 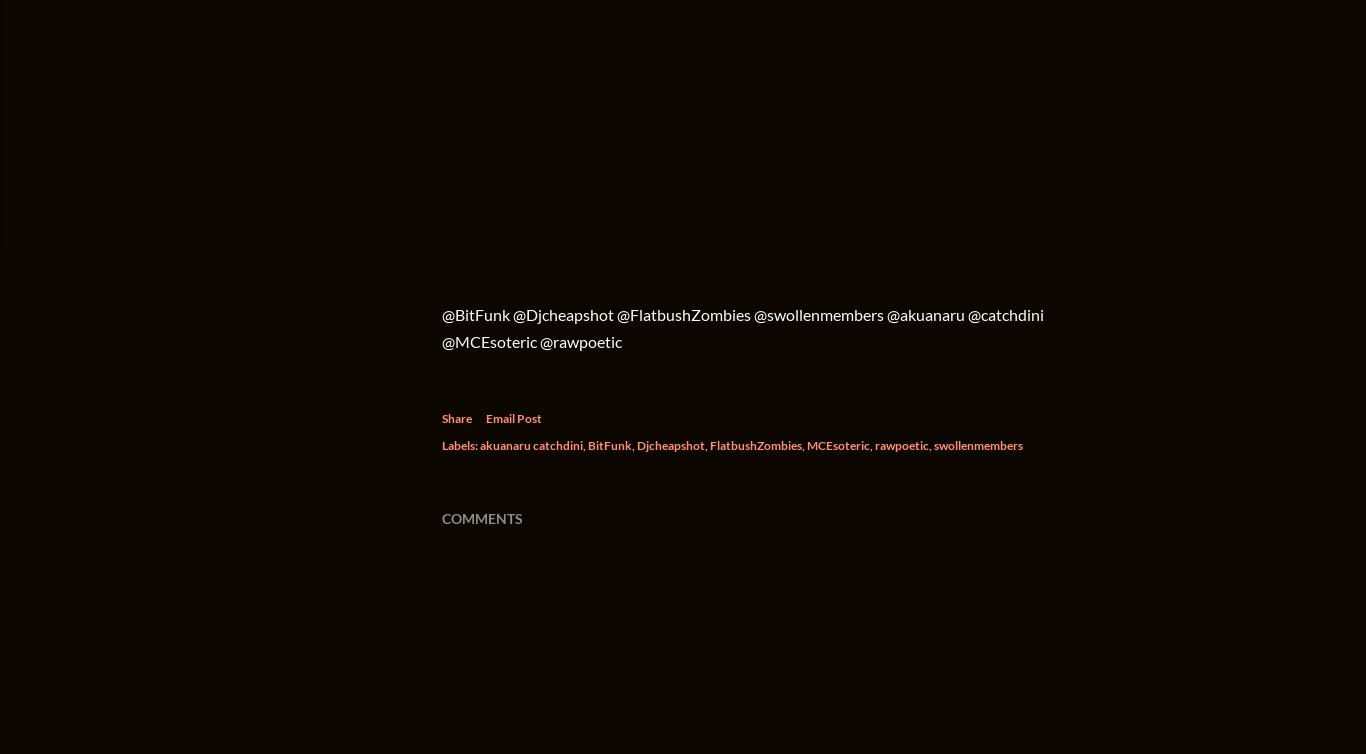 What do you see at coordinates (514, 417) in the screenshot?
I see `'Email Post'` at bounding box center [514, 417].